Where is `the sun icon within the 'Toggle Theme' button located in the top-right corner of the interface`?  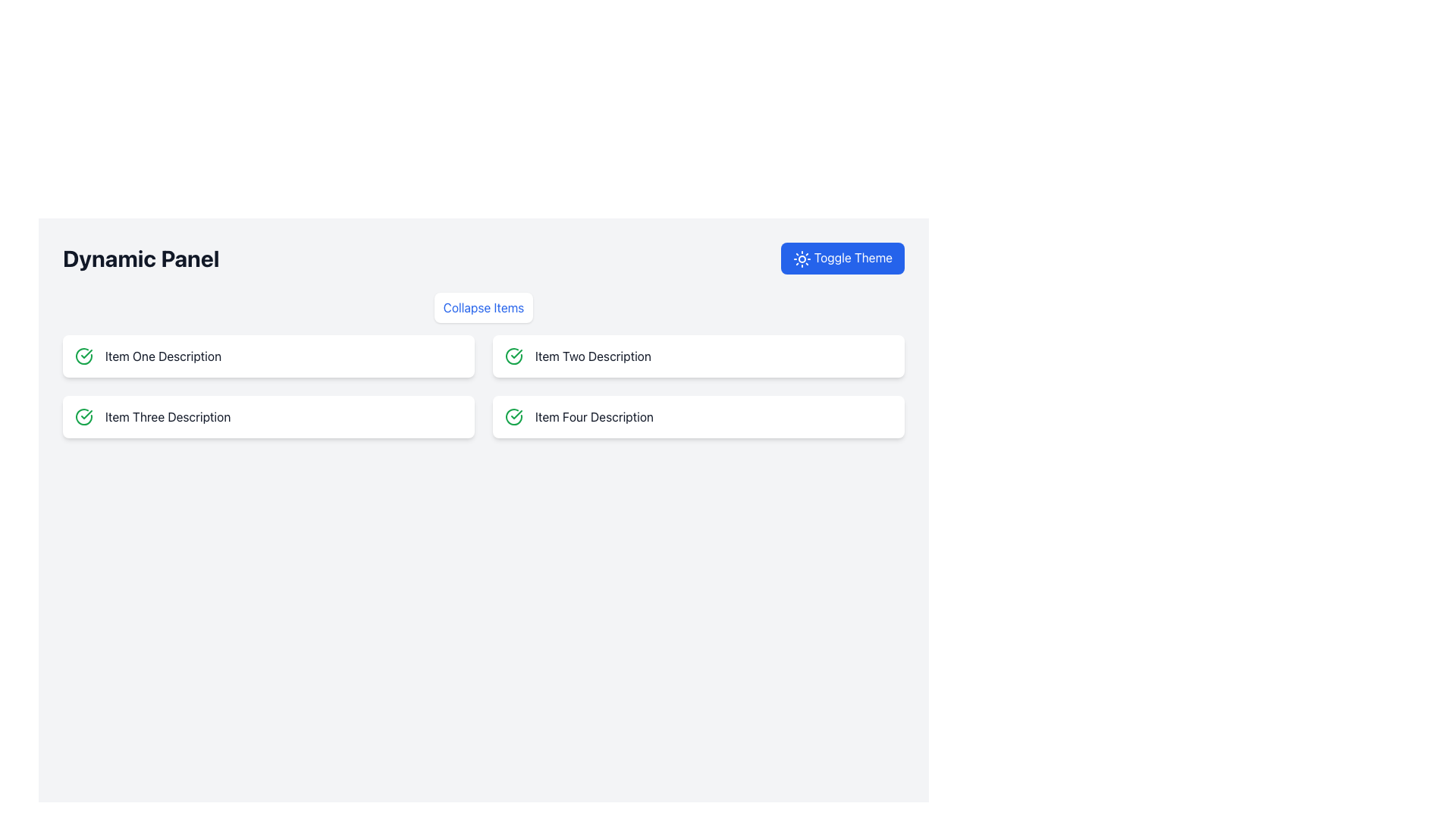
the sun icon within the 'Toggle Theme' button located in the top-right corner of the interface is located at coordinates (801, 258).